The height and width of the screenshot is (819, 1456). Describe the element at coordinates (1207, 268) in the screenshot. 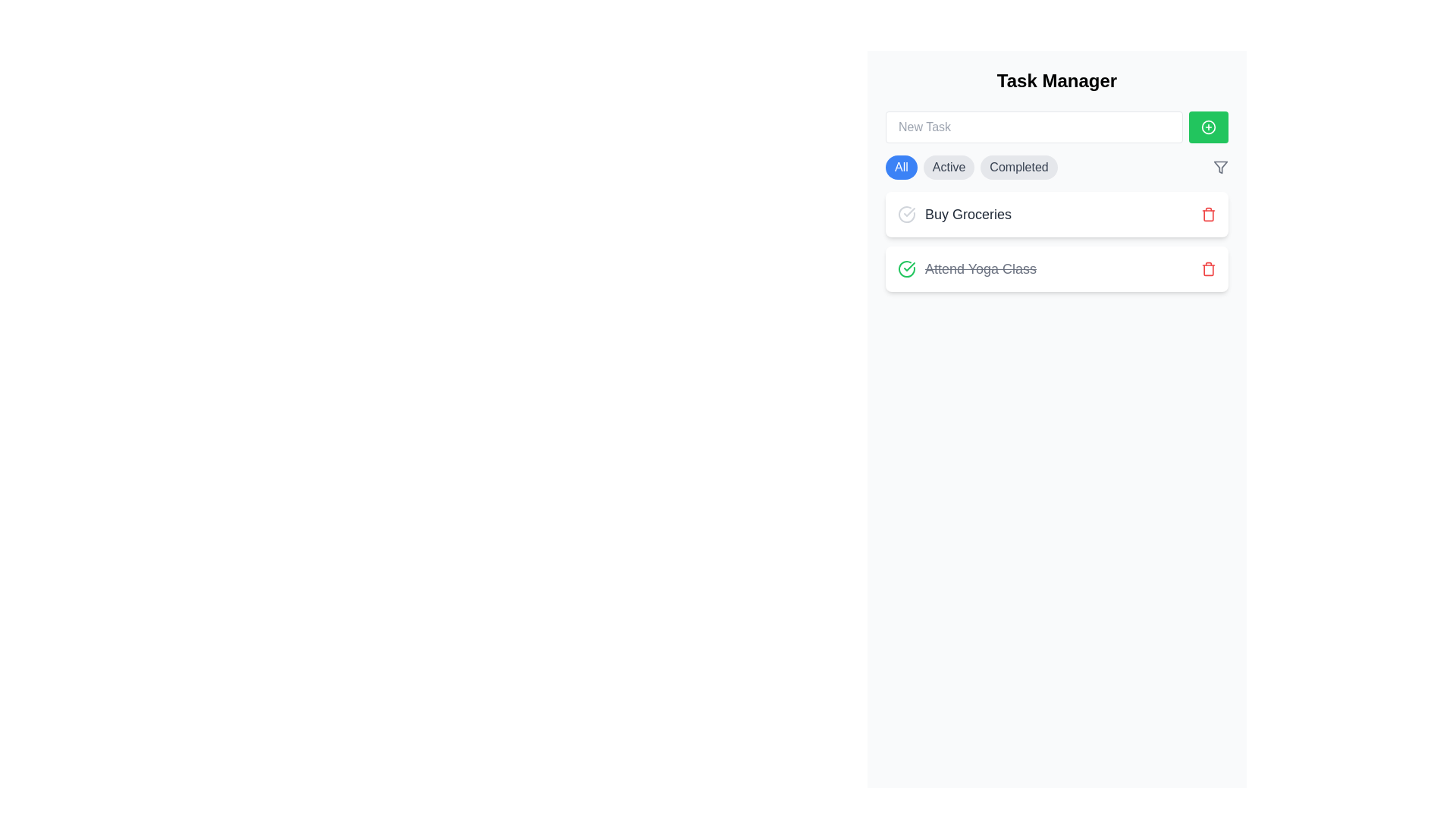

I see `the red trash can icon button located at the far right of the 'Attend Yoga Class' task card` at that location.